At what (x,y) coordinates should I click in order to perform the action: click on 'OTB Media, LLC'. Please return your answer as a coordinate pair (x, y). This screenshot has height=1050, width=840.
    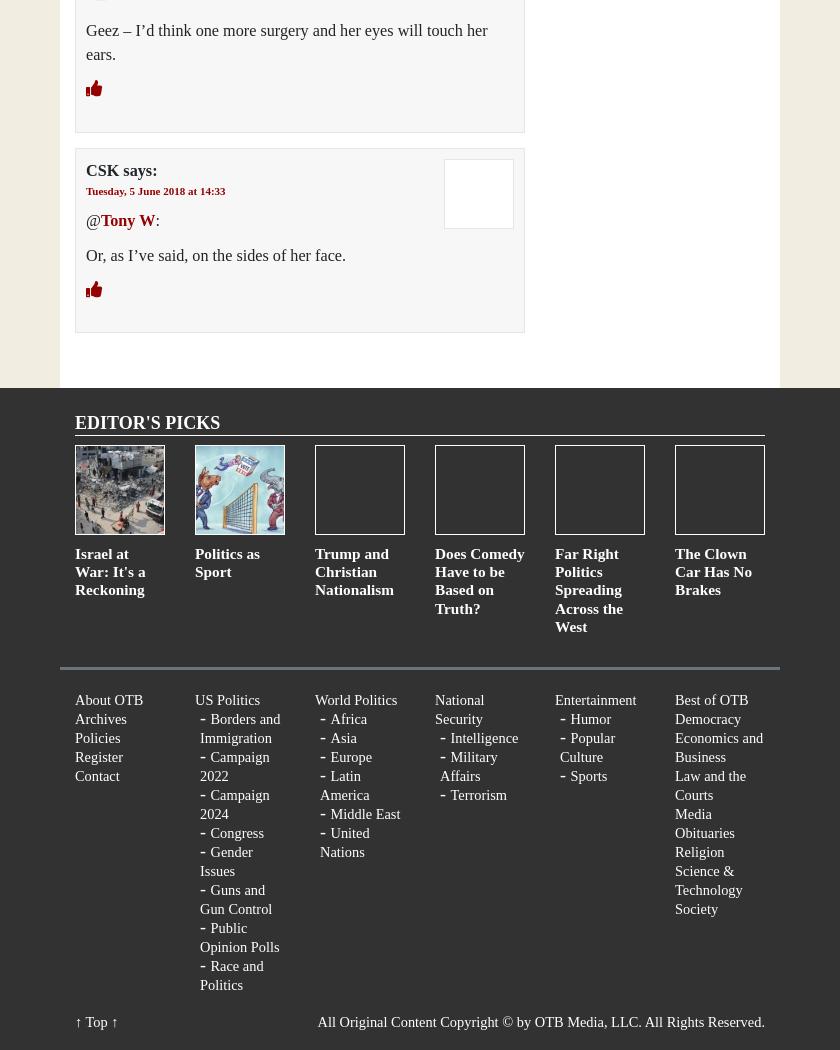
    Looking at the image, I should click on (585, 1020).